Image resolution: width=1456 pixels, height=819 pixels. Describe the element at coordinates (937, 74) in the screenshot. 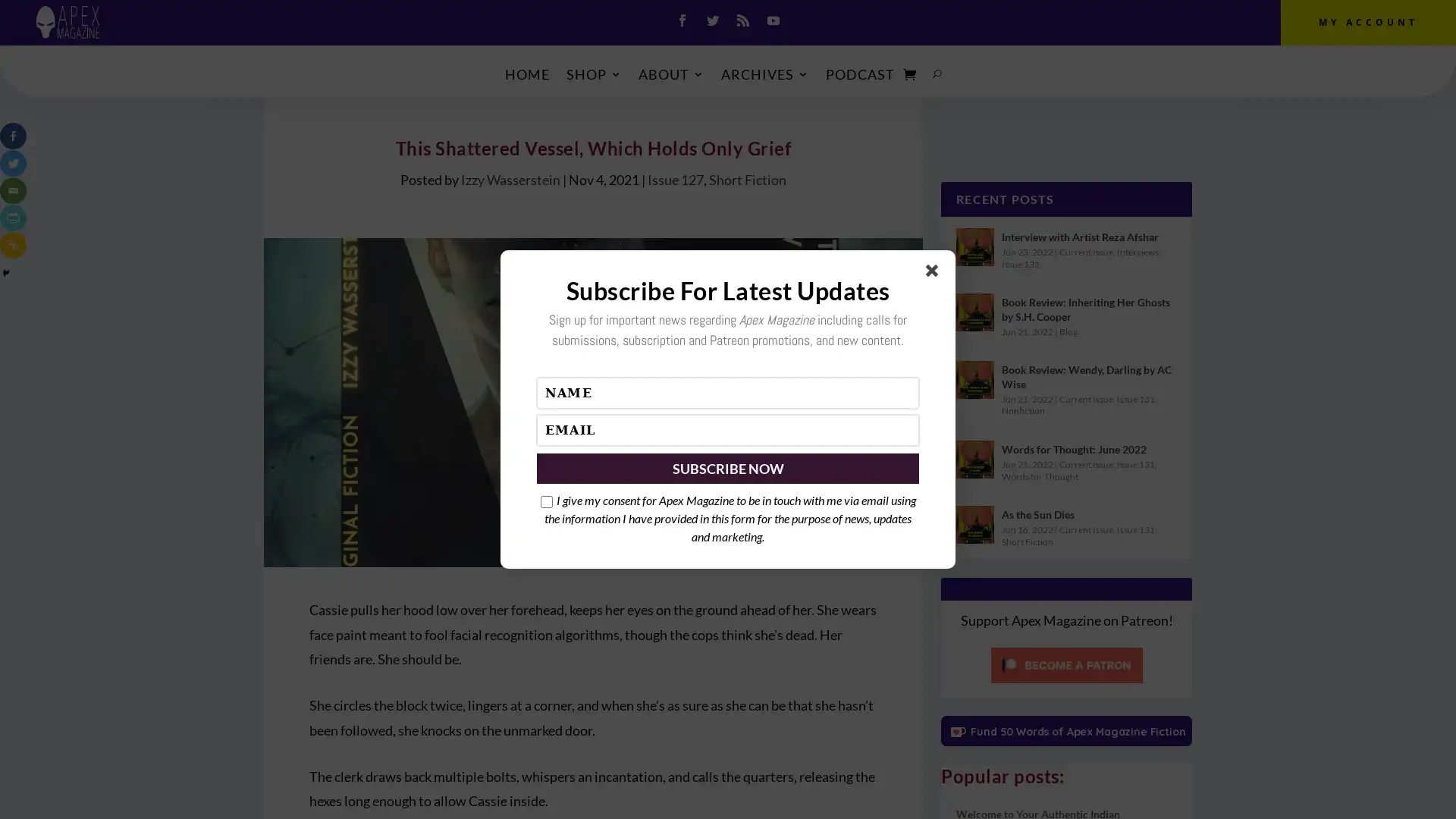

I see `U` at that location.